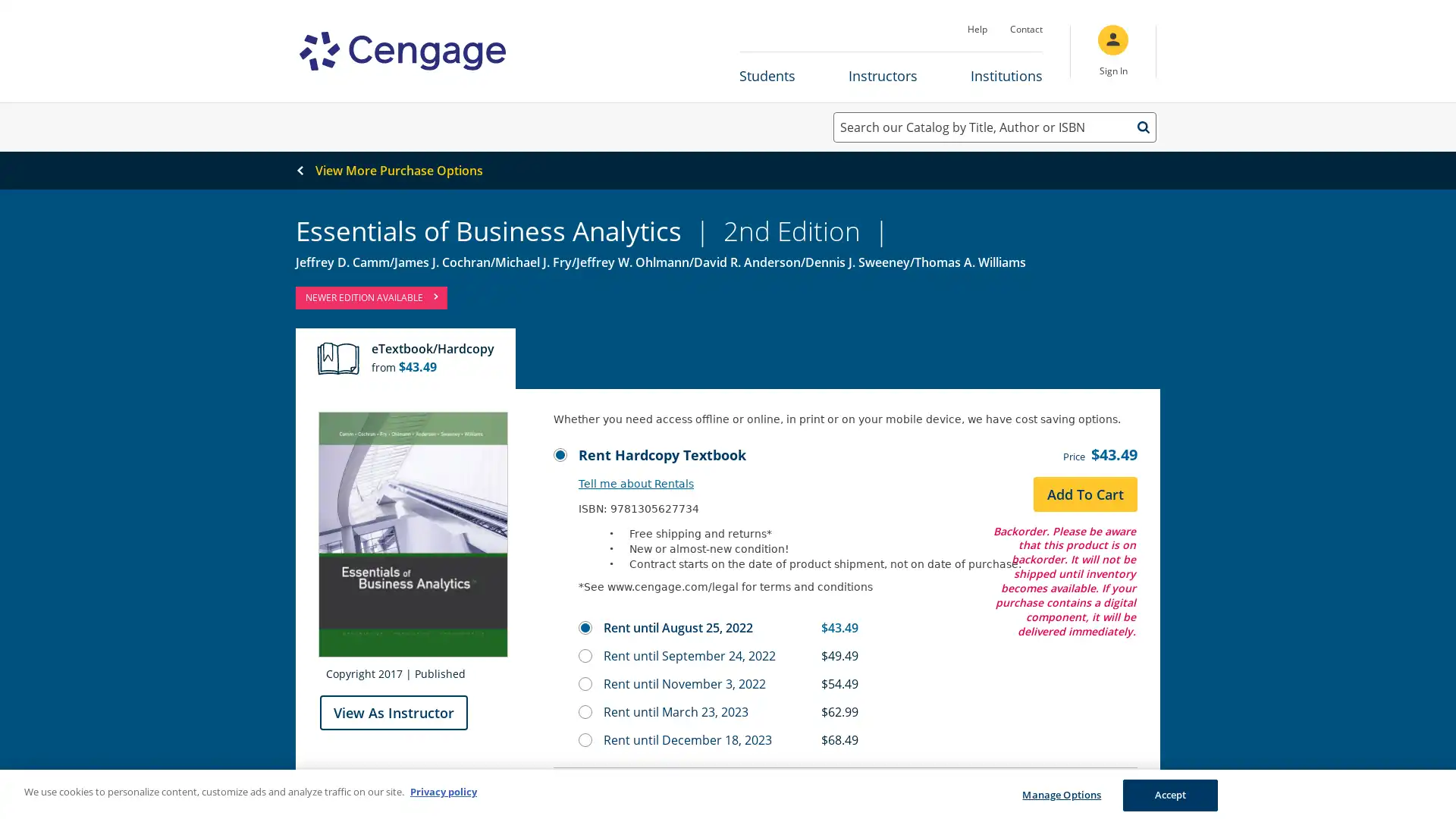 The height and width of the screenshot is (819, 1456). Describe the element at coordinates (1084, 494) in the screenshot. I see `Add To Cart` at that location.